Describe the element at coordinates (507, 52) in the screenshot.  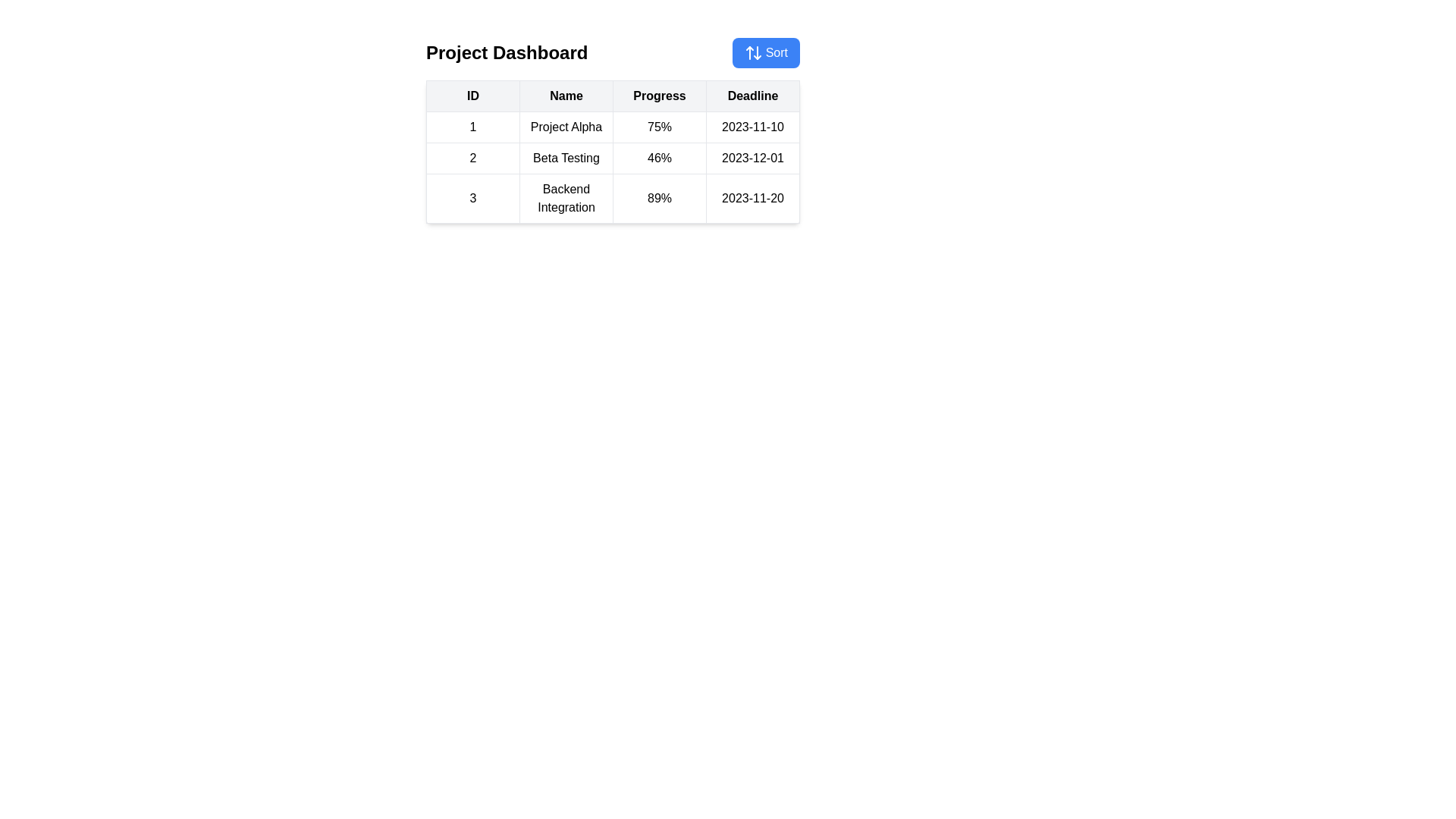
I see `the Text header that serves as the title for the displayed dashboard, providing context about the interface` at that location.